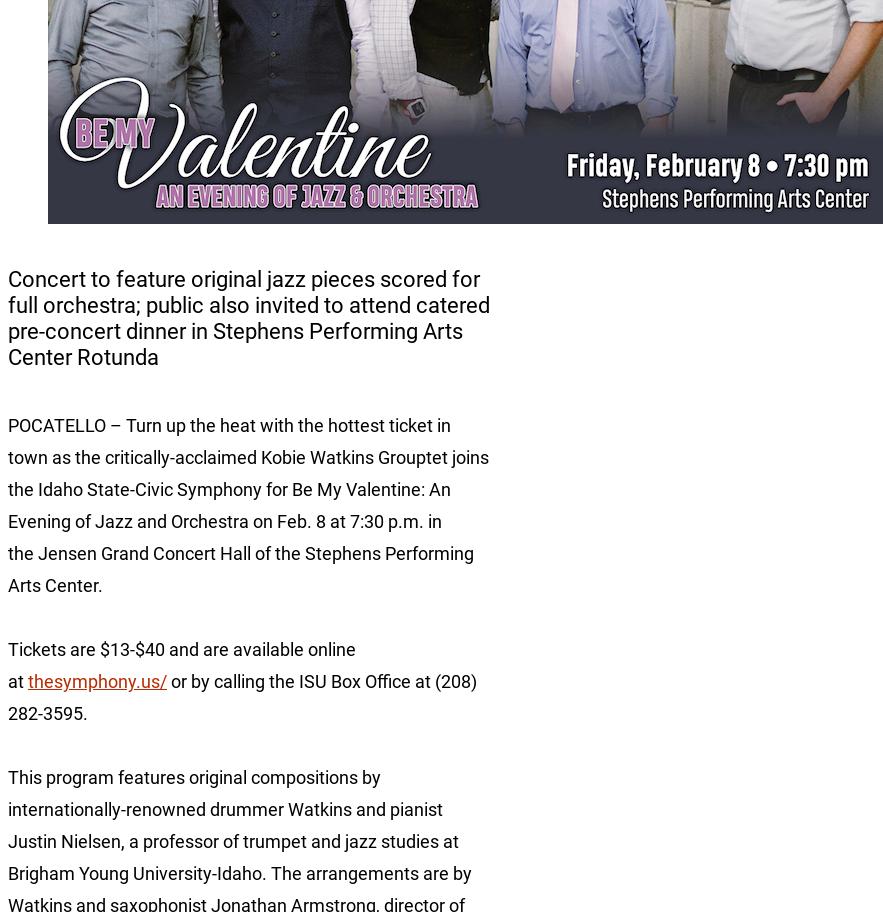 The height and width of the screenshot is (912, 883). Describe the element at coordinates (68, 244) in the screenshot. I see `'Academic Affairs'` at that location.